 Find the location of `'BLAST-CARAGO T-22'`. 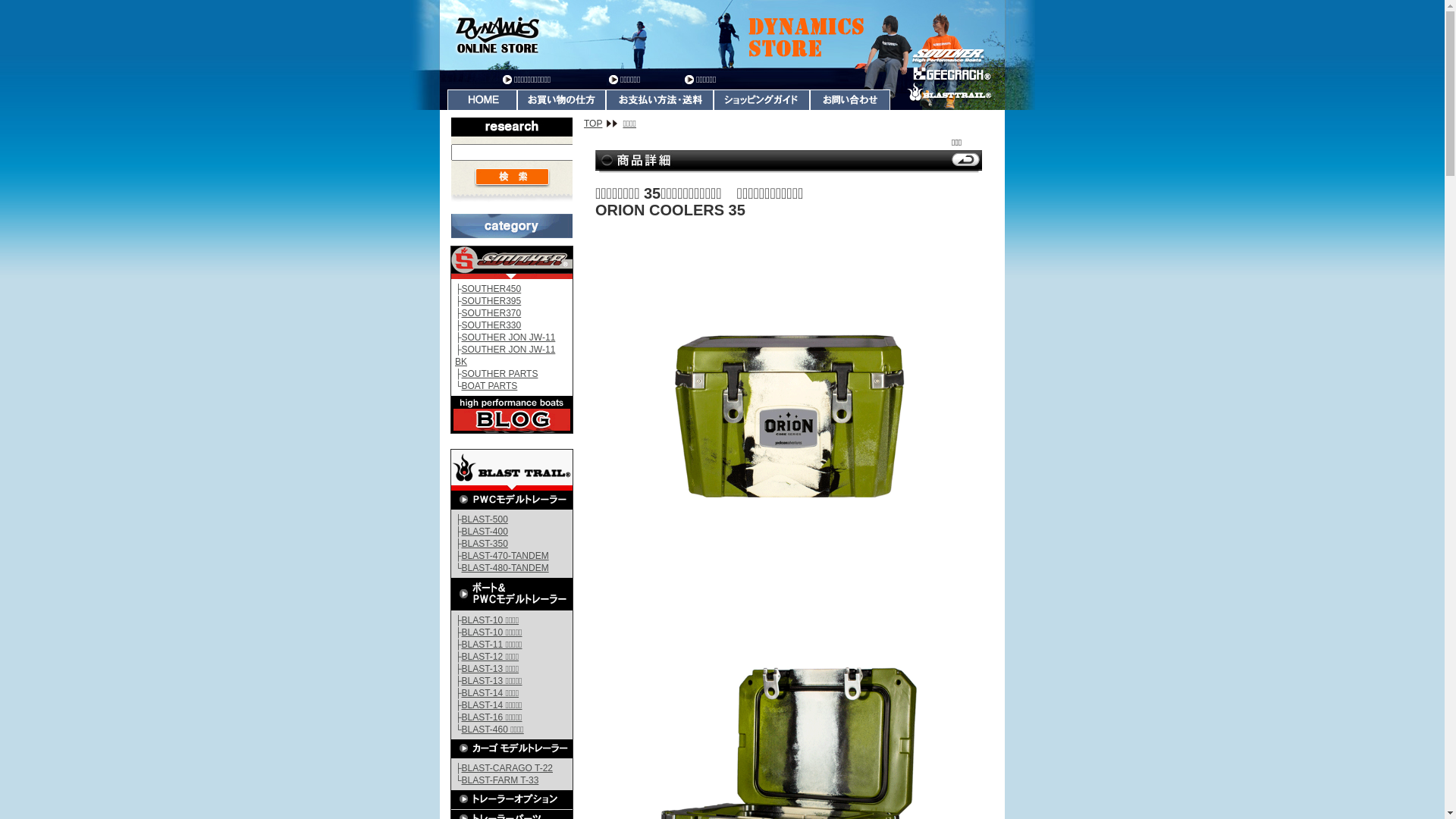

'BLAST-CARAGO T-22' is located at coordinates (507, 768).